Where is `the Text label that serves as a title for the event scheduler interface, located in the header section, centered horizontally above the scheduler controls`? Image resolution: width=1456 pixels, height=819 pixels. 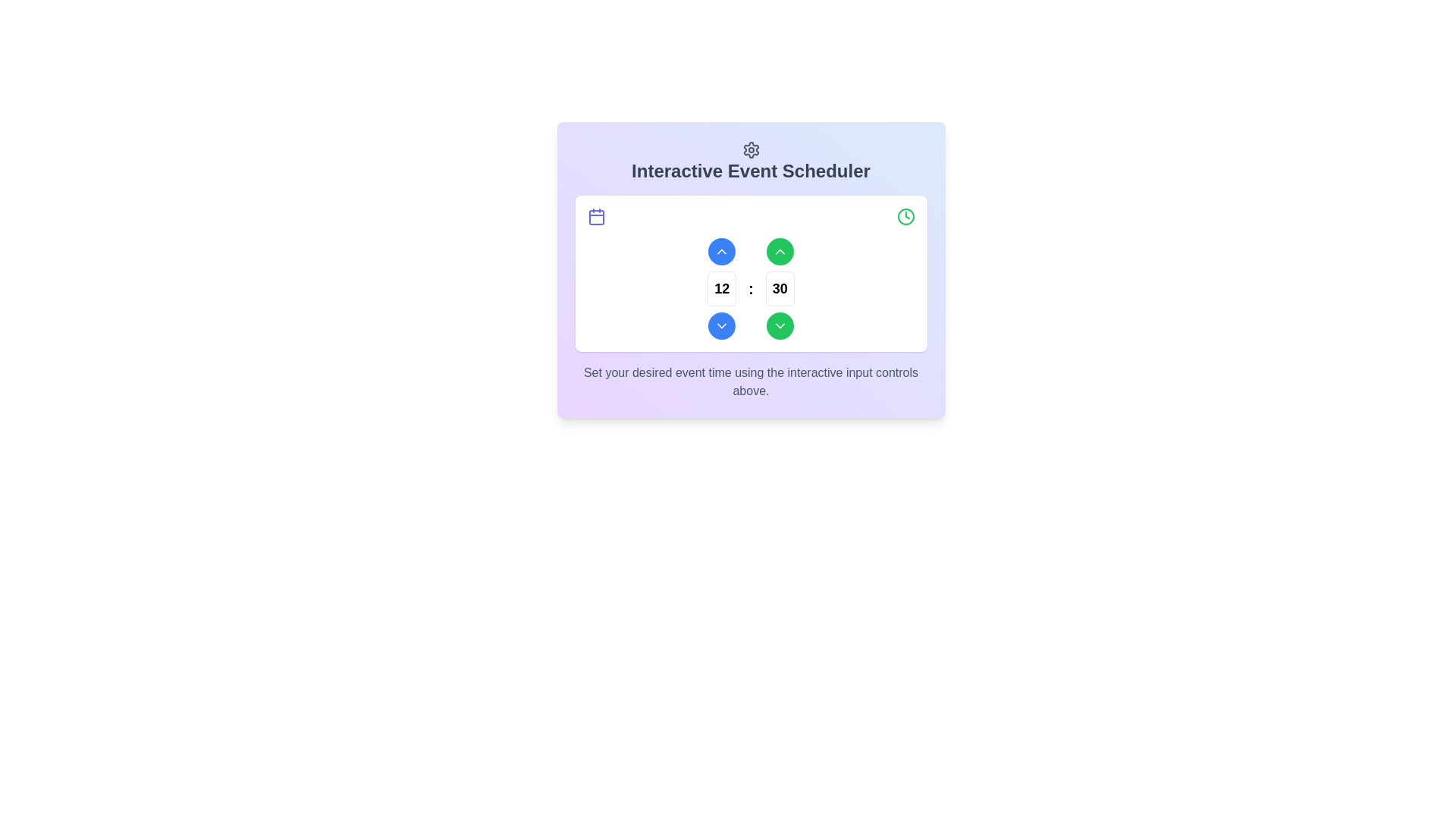 the Text label that serves as a title for the event scheduler interface, located in the header section, centered horizontally above the scheduler controls is located at coordinates (751, 171).